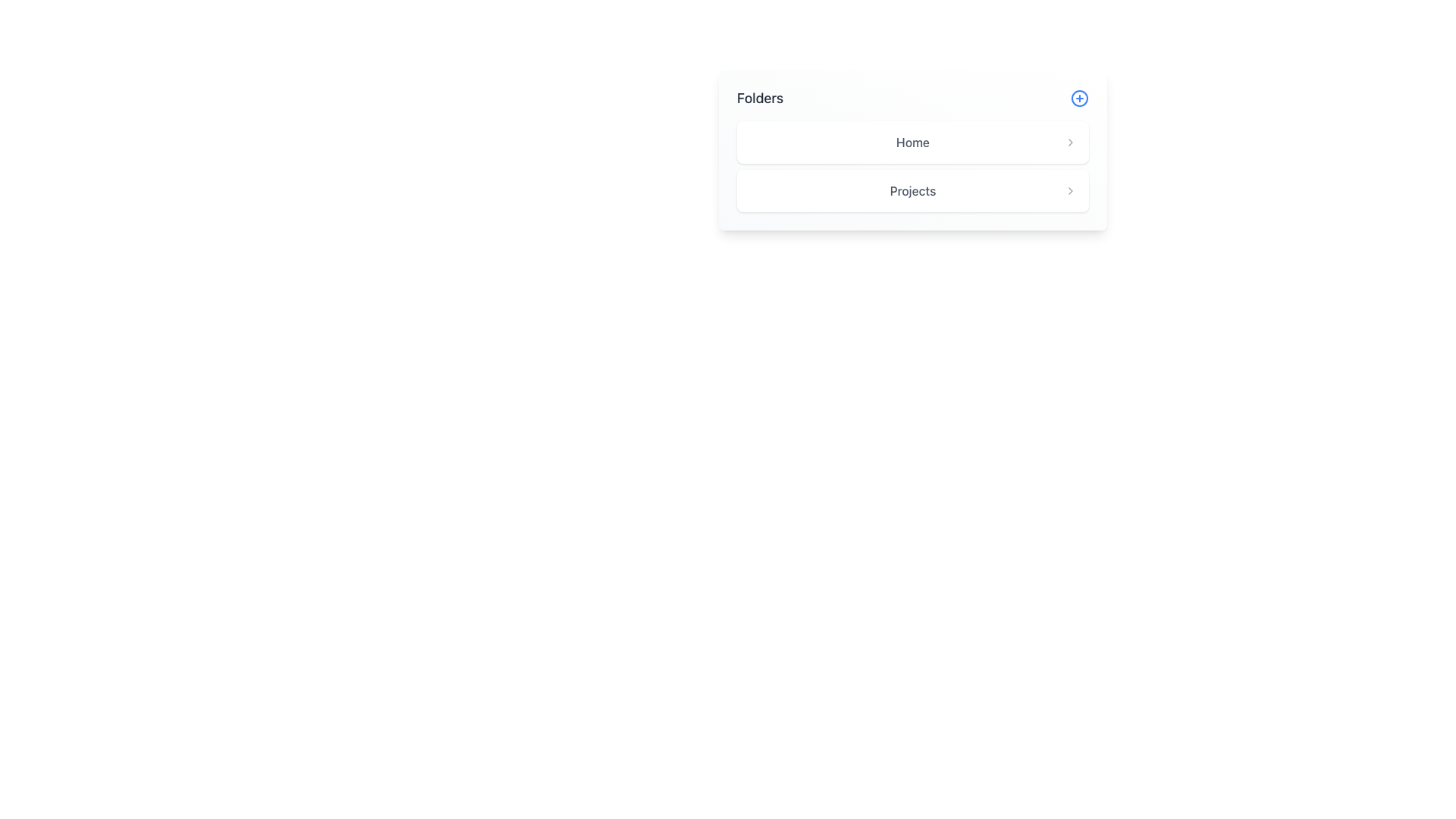 The image size is (1456, 819). Describe the element at coordinates (912, 143) in the screenshot. I see `the 'Home' navigation button located within the 'Folders' card to activate hover effects` at that location.